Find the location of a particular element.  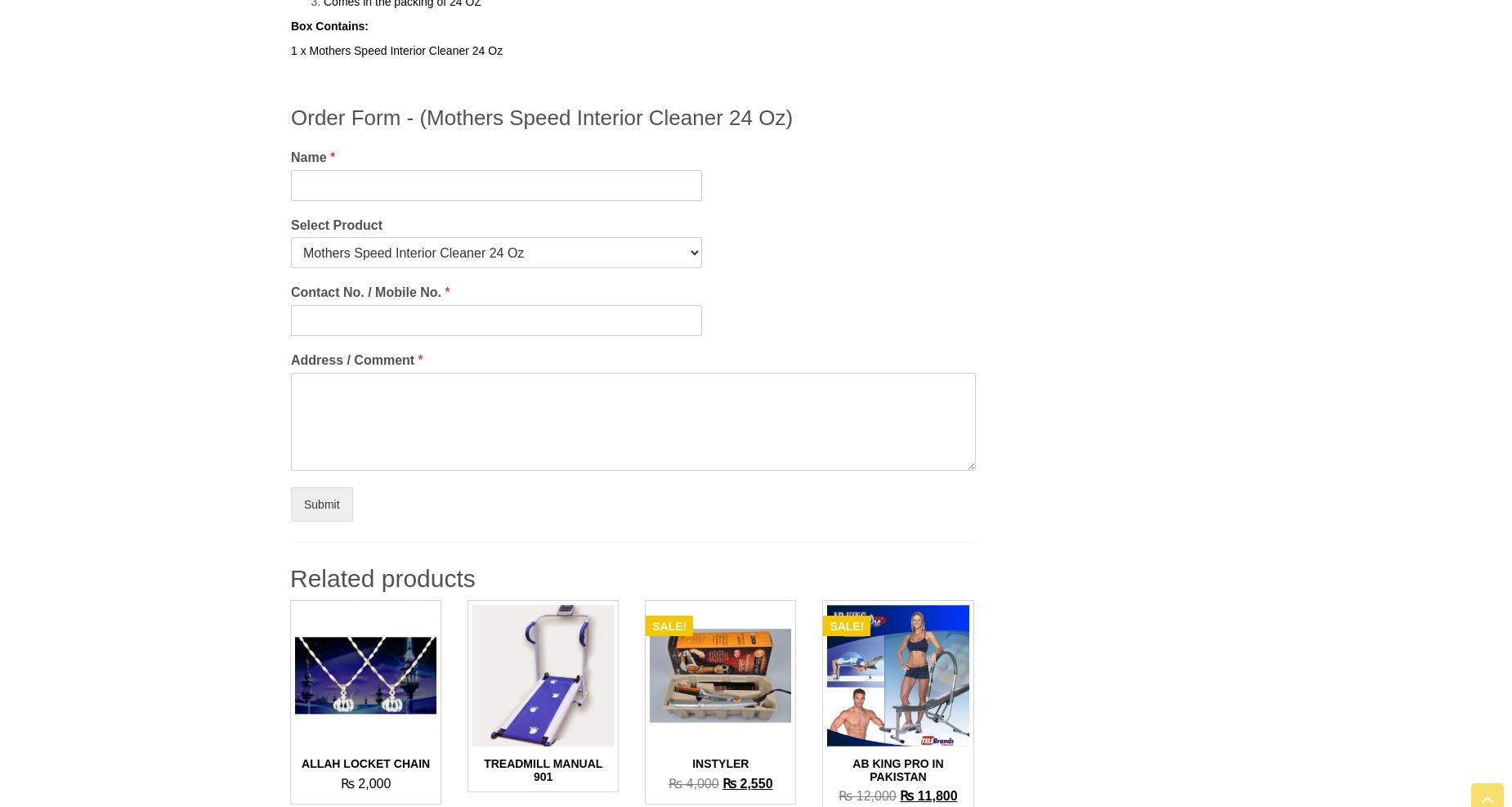

'1 x Mothers Speed Interior Cleaner 24 Oz' is located at coordinates (289, 48).